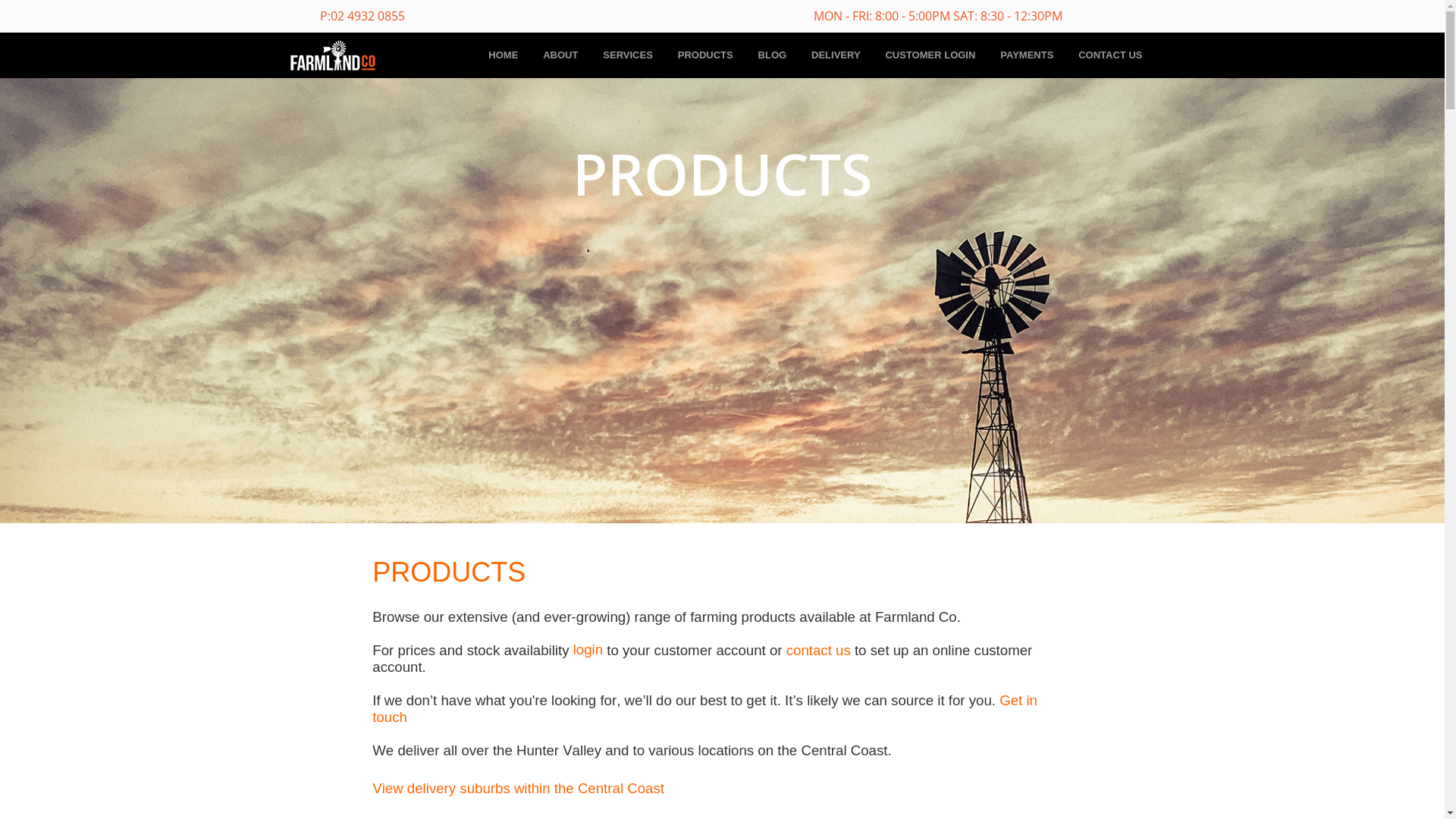 The height and width of the screenshot is (819, 1456). What do you see at coordinates (628, 55) in the screenshot?
I see `'SERVICES'` at bounding box center [628, 55].